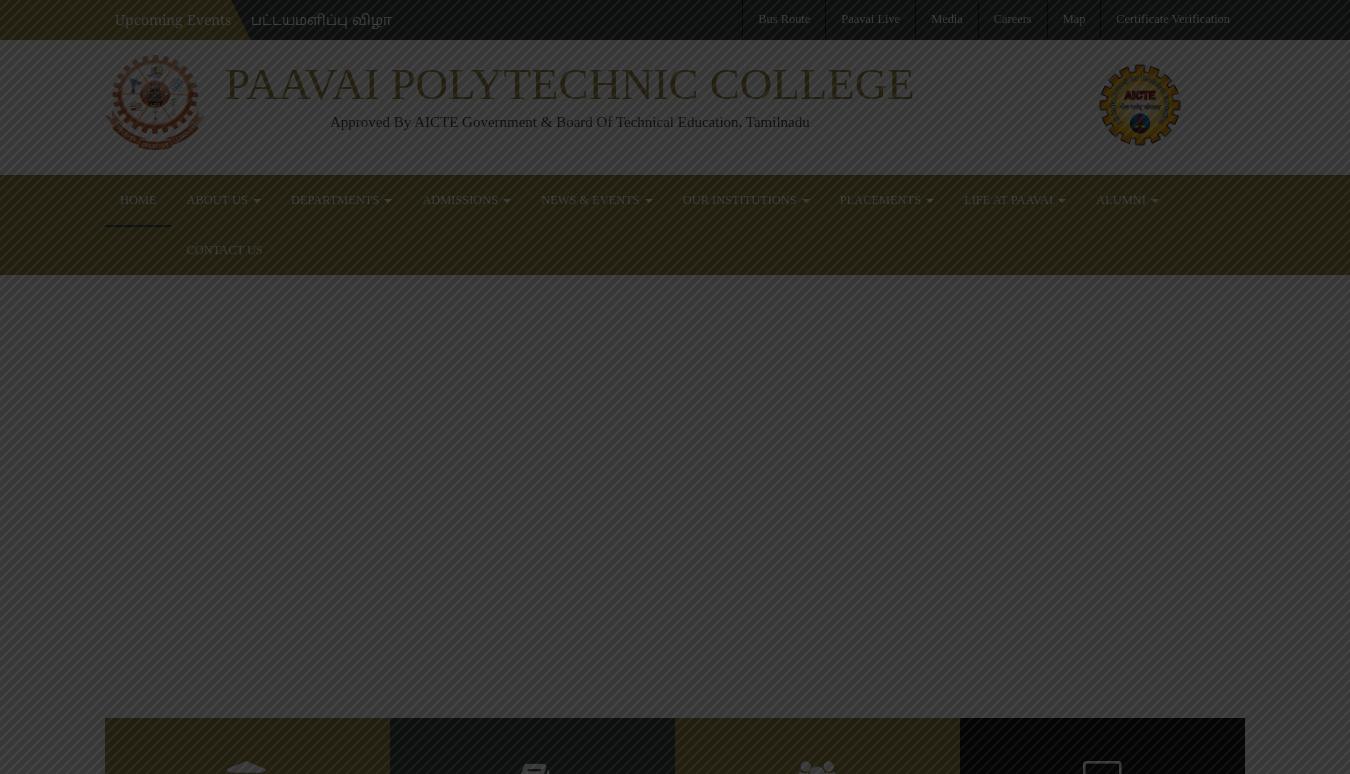 This screenshot has width=1350, height=774. What do you see at coordinates (782, 18) in the screenshot?
I see `'Bus Route'` at bounding box center [782, 18].